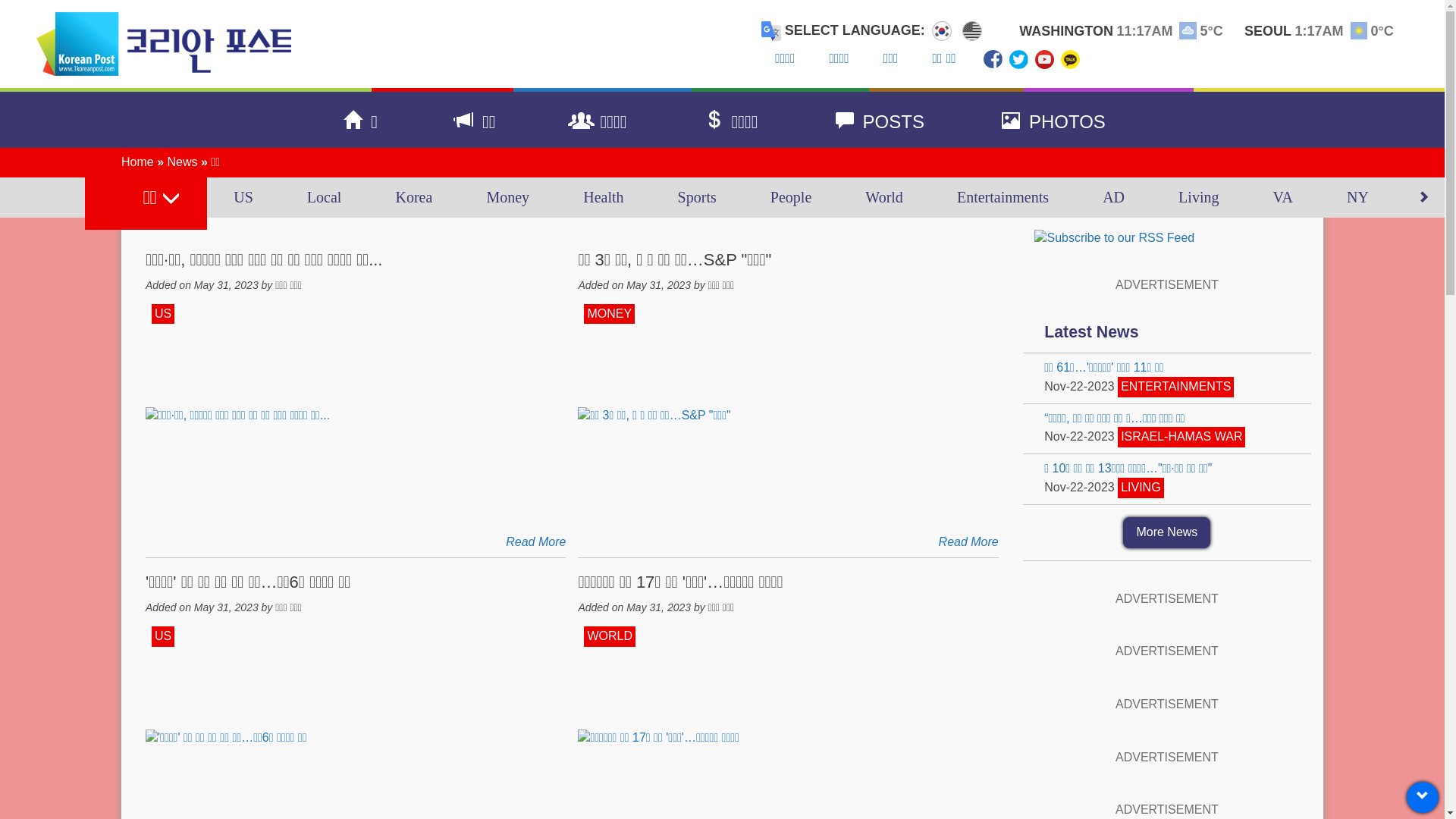 The width and height of the screenshot is (1456, 819). What do you see at coordinates (1405, 796) in the screenshot?
I see `'Scroll to Top'` at bounding box center [1405, 796].